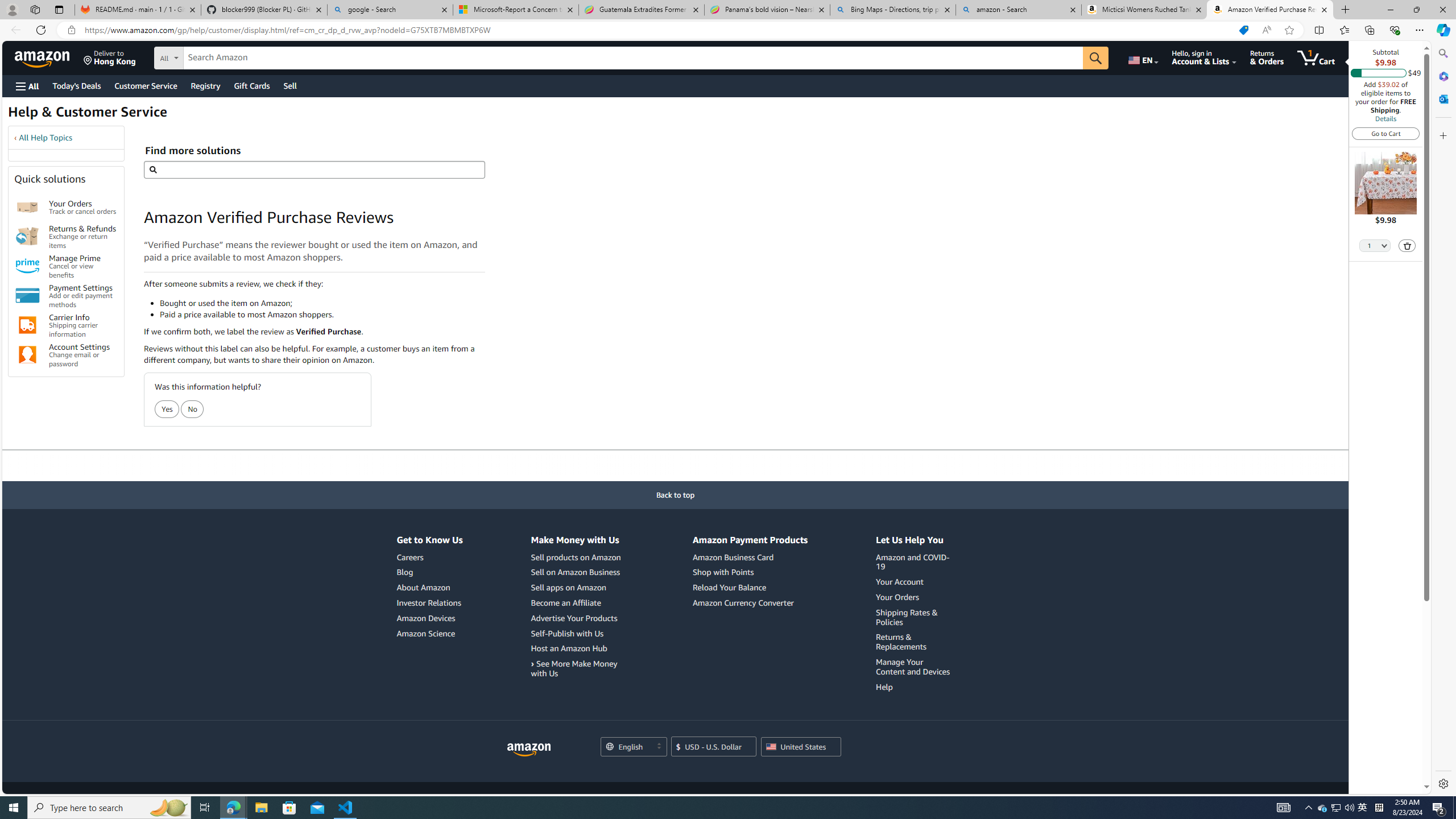 The image size is (1456, 819). Describe the element at coordinates (428, 602) in the screenshot. I see `'Investor Relations'` at that location.